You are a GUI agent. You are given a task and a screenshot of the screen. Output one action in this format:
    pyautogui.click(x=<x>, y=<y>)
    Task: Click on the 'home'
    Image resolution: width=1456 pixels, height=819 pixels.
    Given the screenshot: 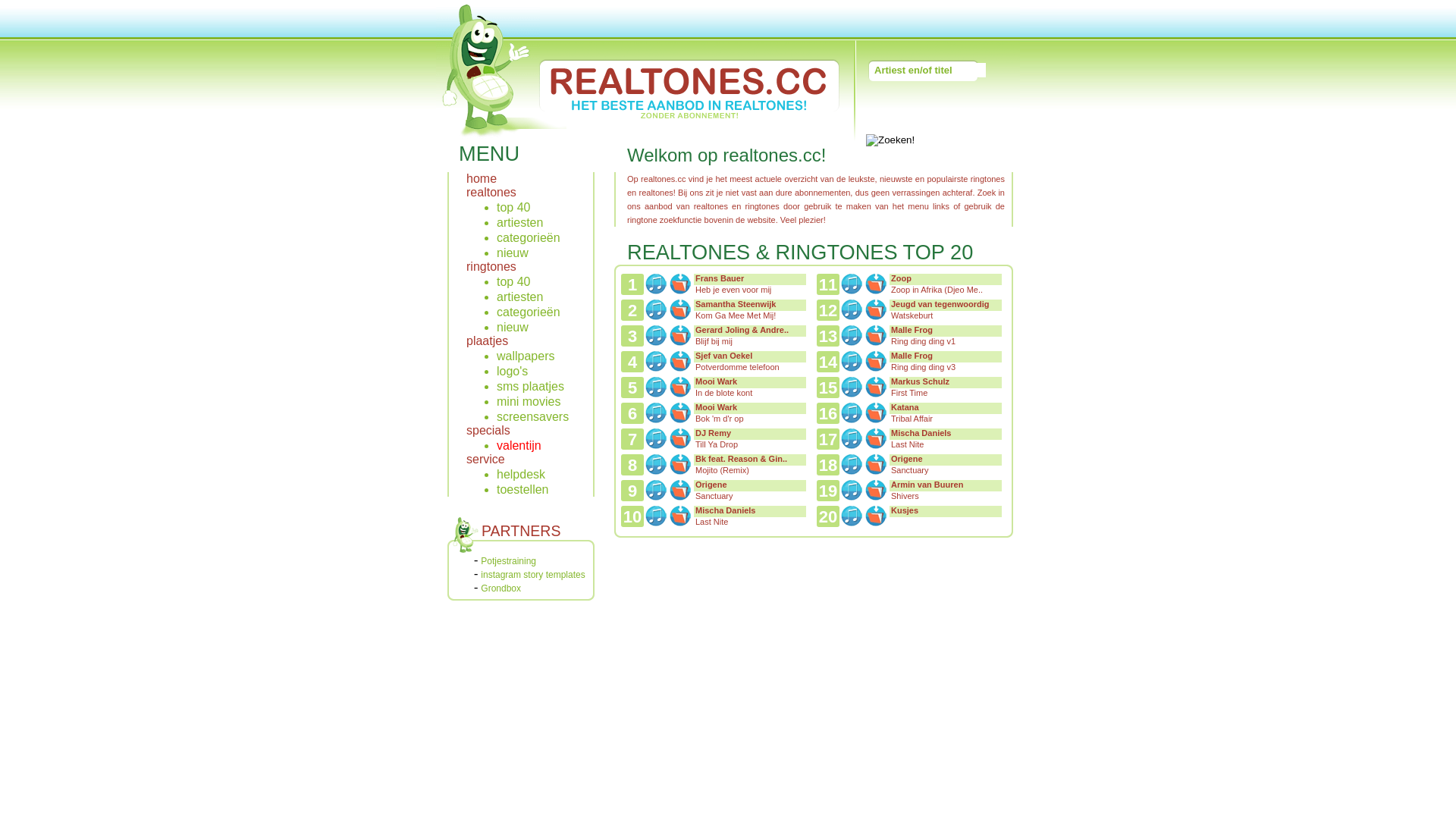 What is the action you would take?
    pyautogui.click(x=465, y=177)
    